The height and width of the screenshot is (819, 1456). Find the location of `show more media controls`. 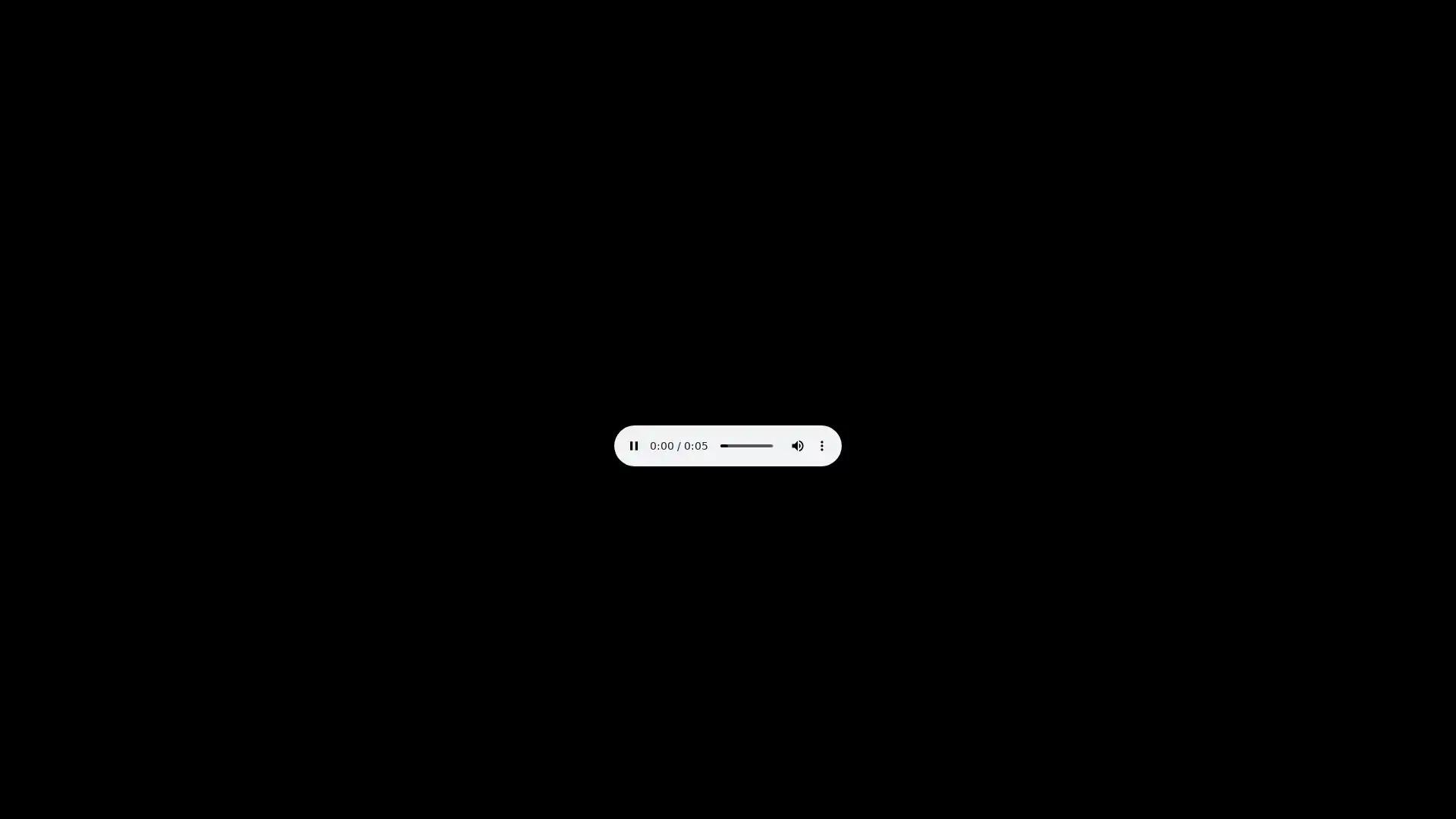

show more media controls is located at coordinates (821, 444).